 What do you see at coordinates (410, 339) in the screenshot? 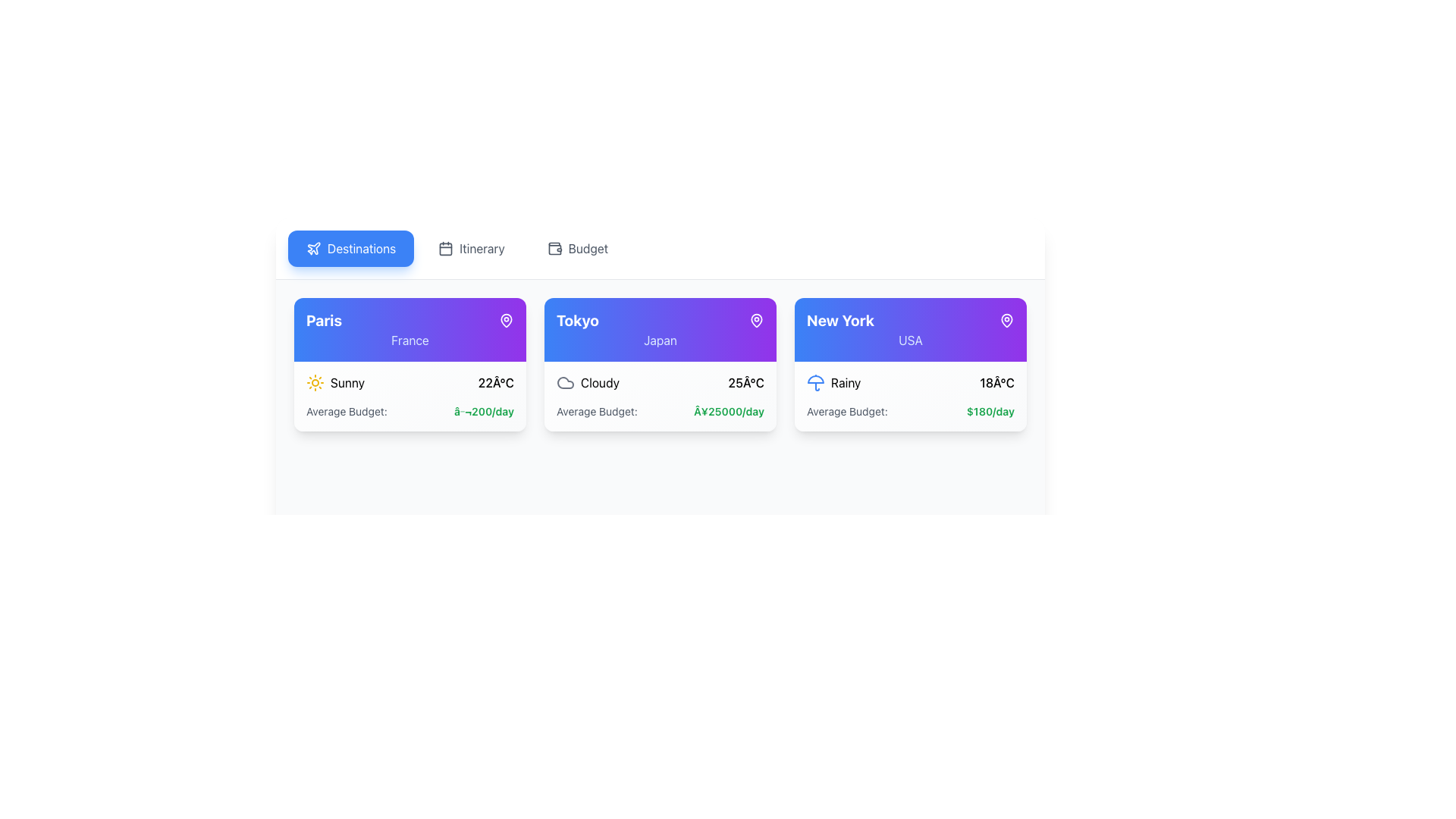
I see `the static text label displaying 'France', which provides geographical context to the title 'Paris'` at bounding box center [410, 339].